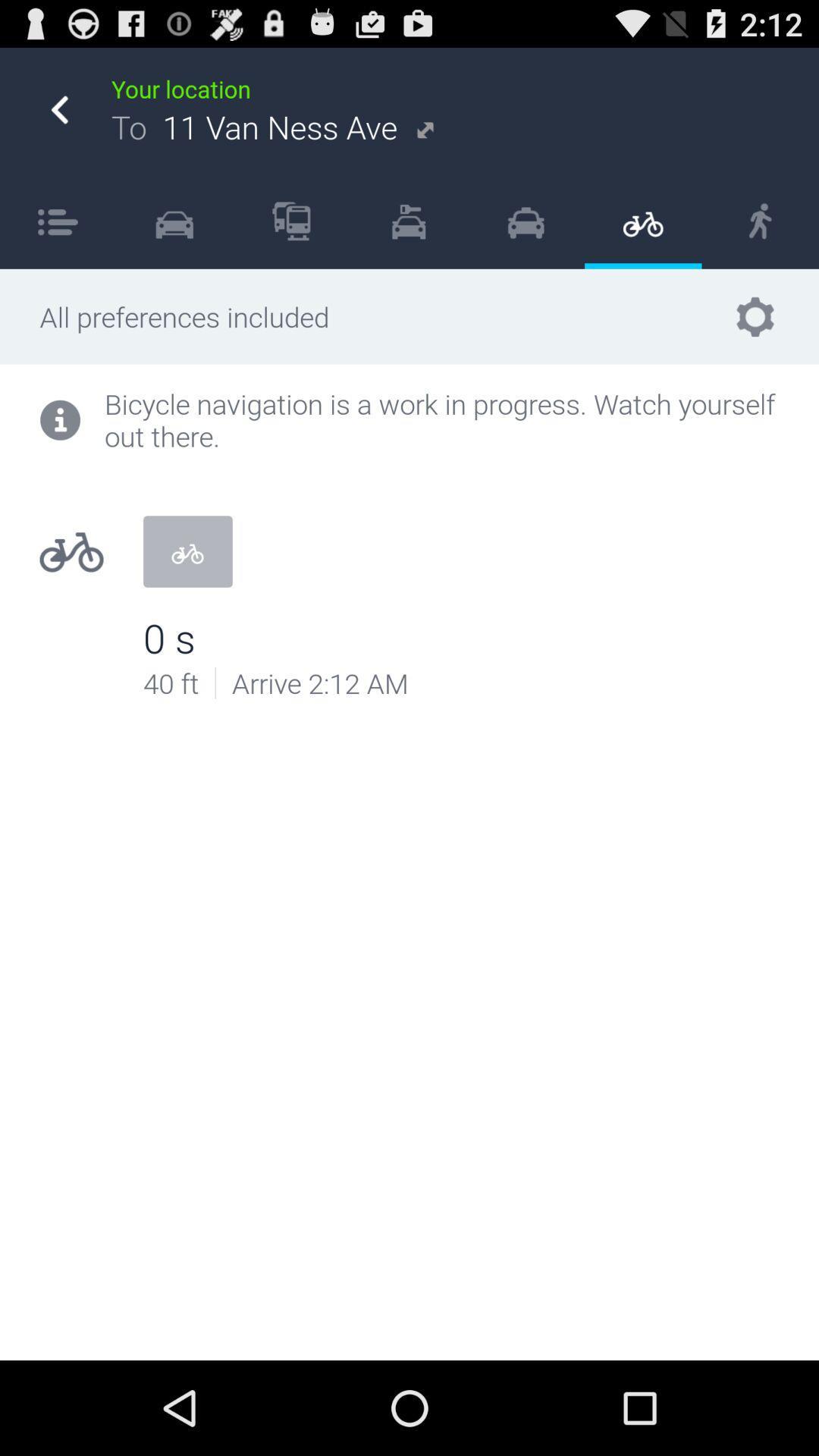 The height and width of the screenshot is (1456, 819). I want to click on the icon below bicycle navigation is icon, so click(187, 551).